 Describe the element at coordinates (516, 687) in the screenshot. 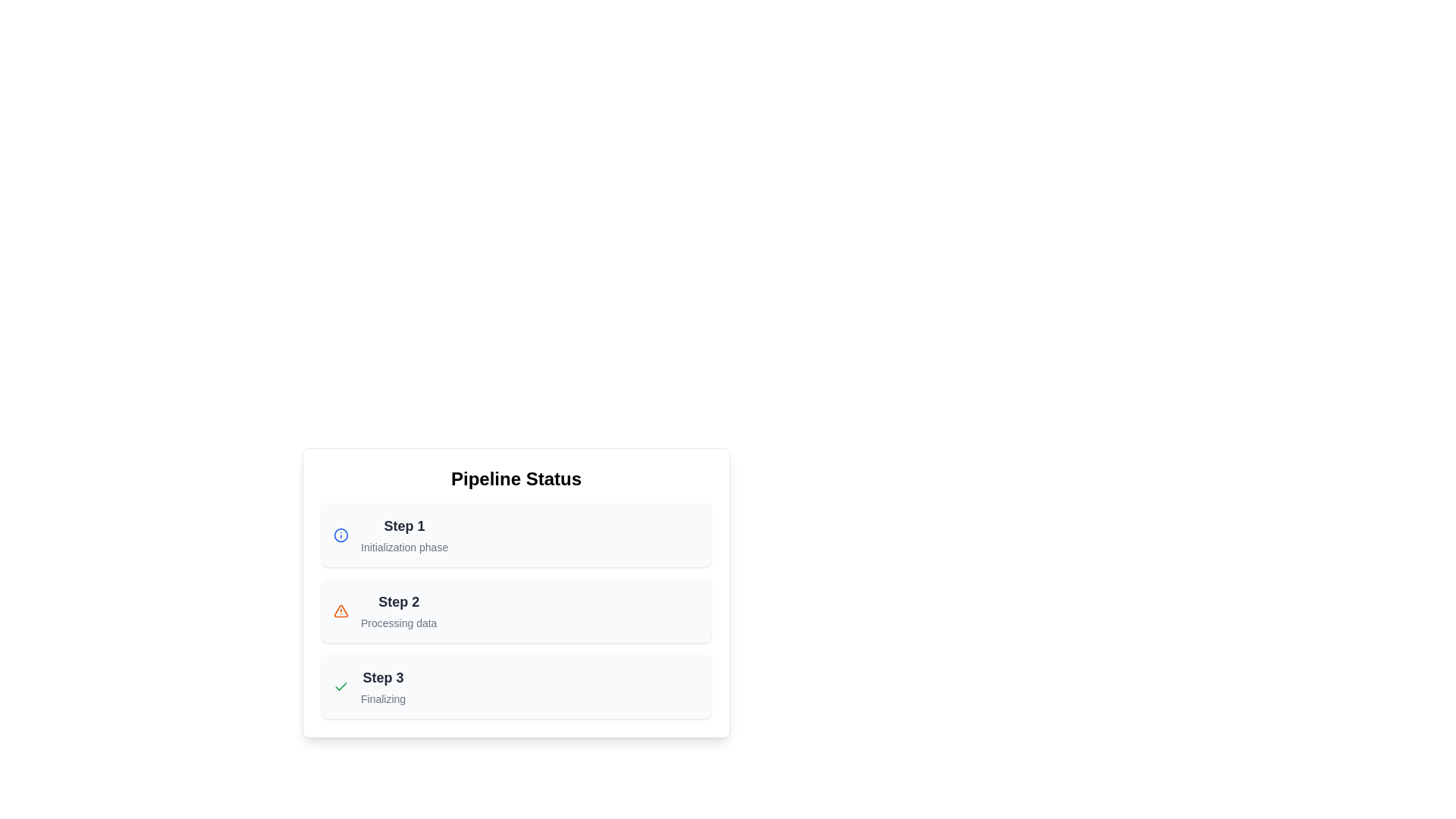

I see `the informational section displaying 'Step 3' with the description 'Finalizing', located at the bottom of the three-segment vertical list` at that location.